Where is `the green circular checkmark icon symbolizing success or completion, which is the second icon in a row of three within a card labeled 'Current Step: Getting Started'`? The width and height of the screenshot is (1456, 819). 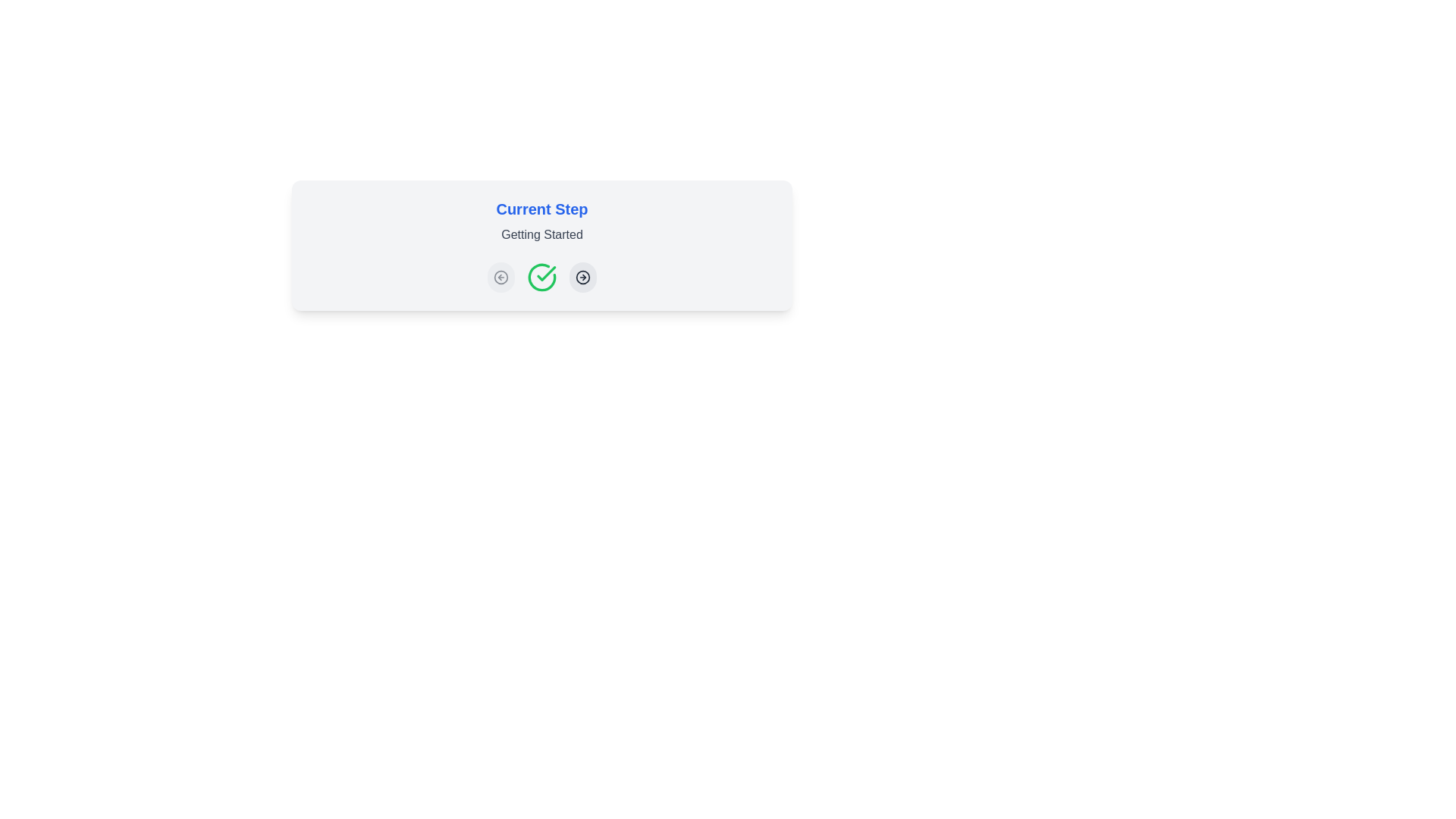 the green circular checkmark icon symbolizing success or completion, which is the second icon in a row of three within a card labeled 'Current Step: Getting Started' is located at coordinates (542, 278).